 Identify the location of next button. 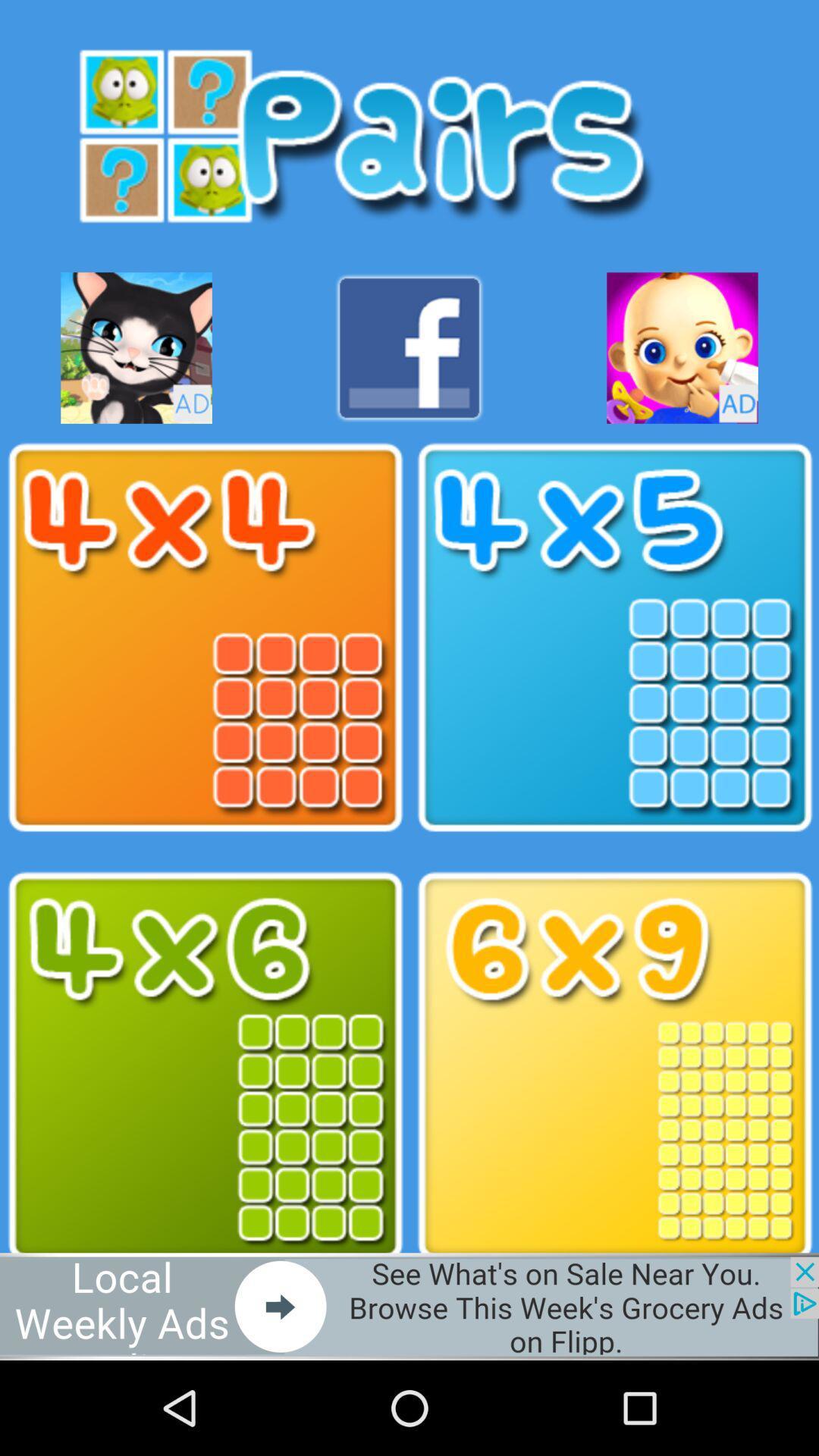
(409, 1306).